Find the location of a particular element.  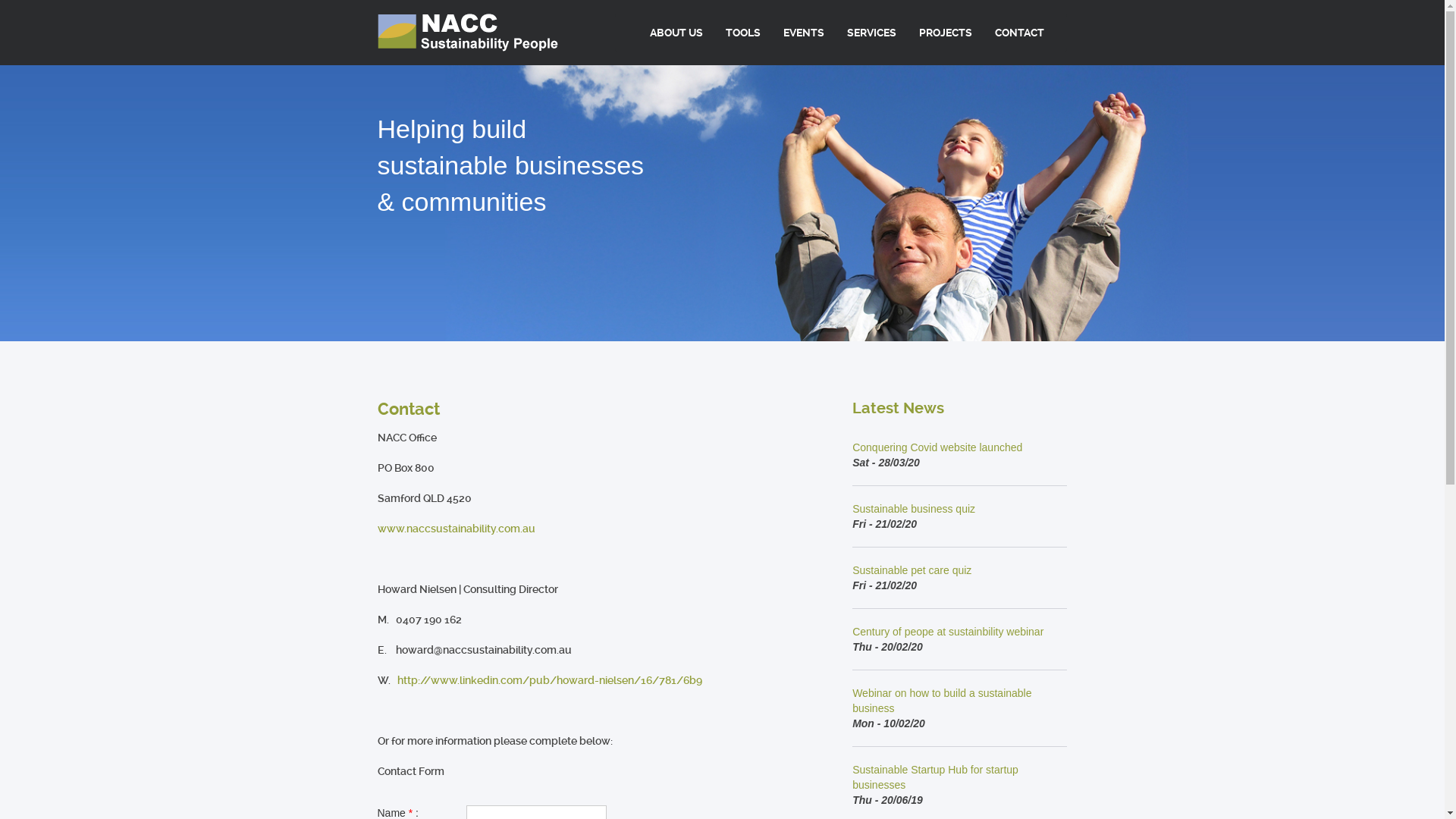

'Webinar on how to build a sustainable business' is located at coordinates (941, 701).